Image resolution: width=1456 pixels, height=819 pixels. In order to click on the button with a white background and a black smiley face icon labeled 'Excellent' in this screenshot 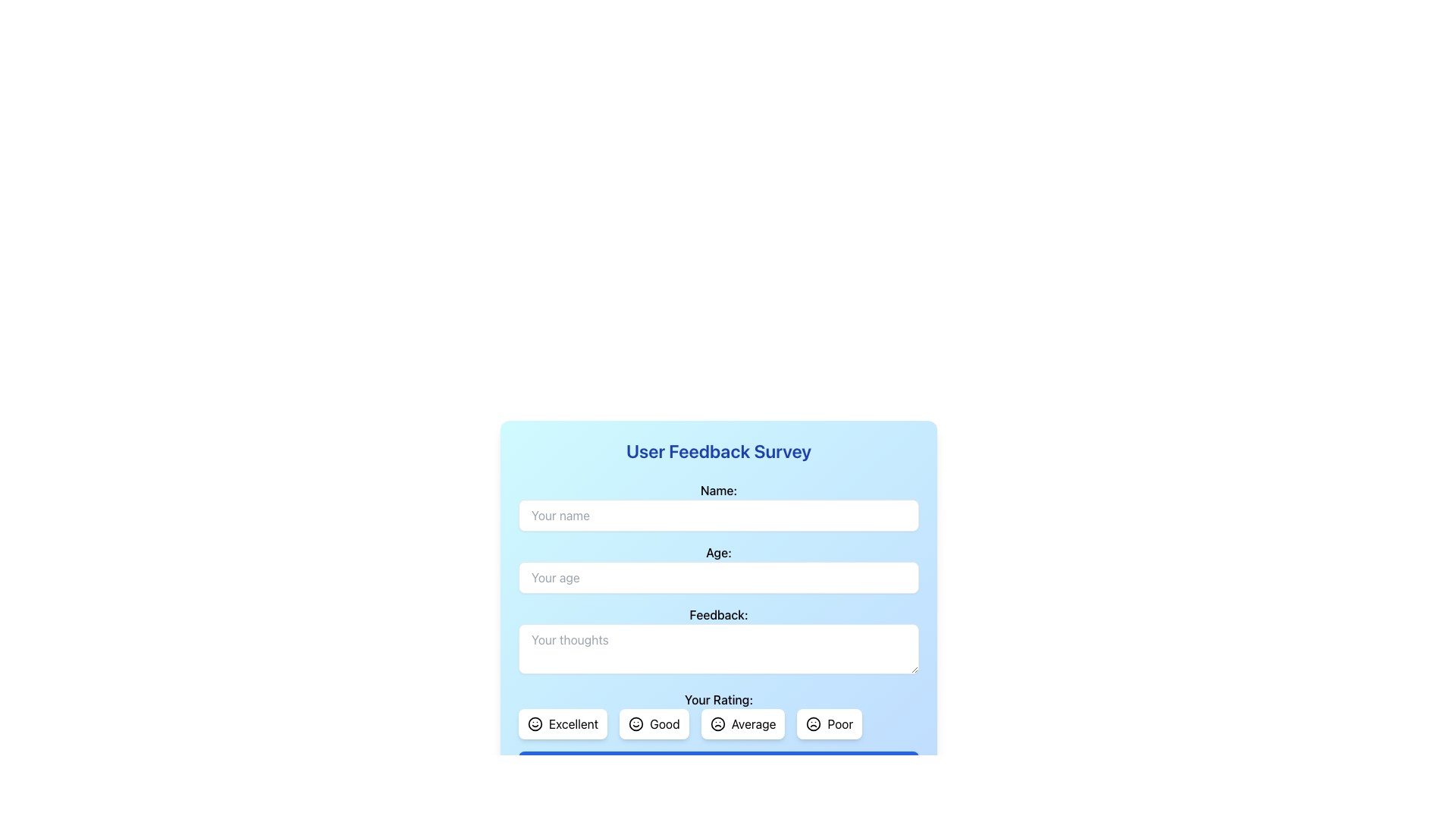, I will do `click(562, 723)`.